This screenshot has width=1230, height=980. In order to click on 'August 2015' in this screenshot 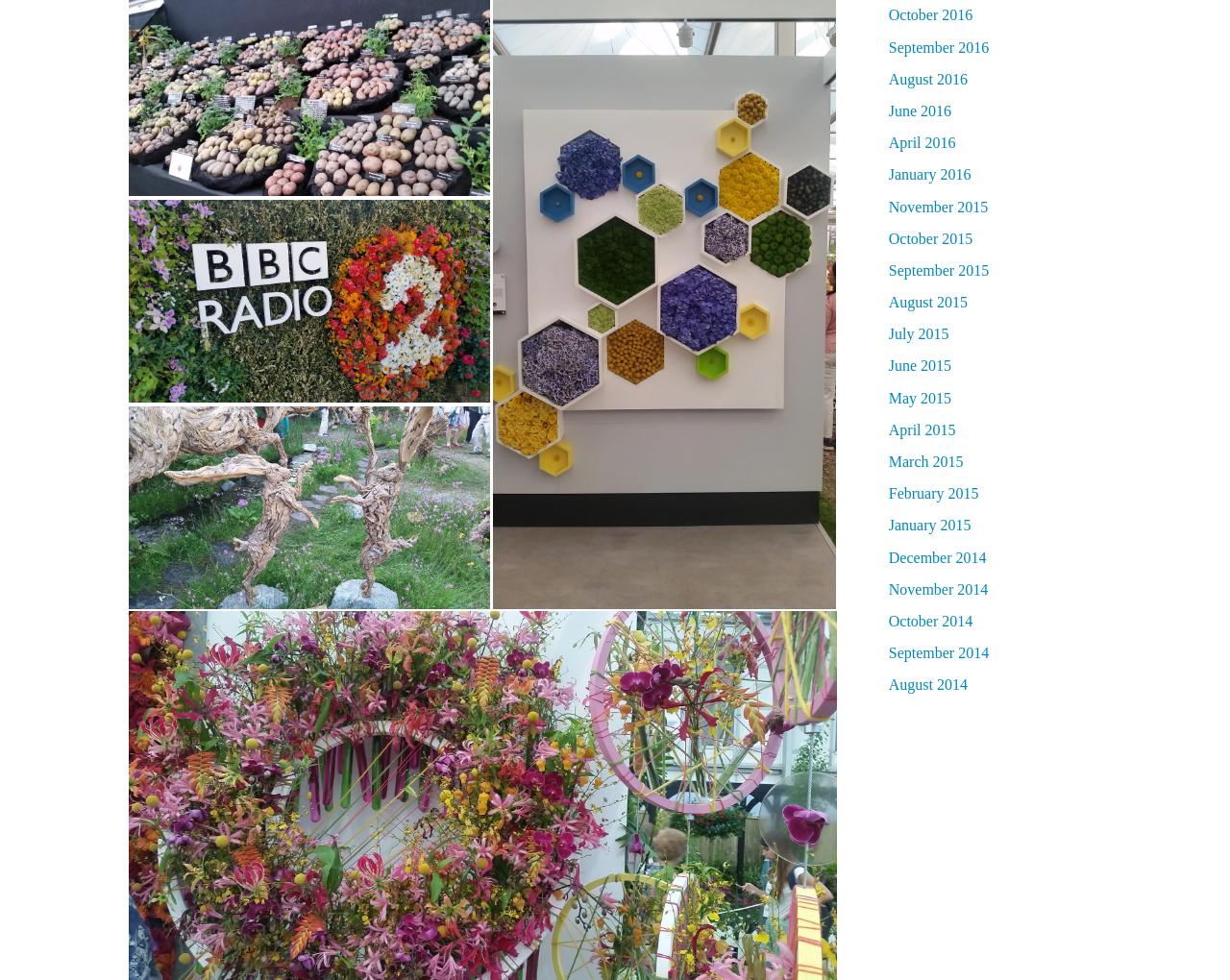, I will do `click(927, 302)`.